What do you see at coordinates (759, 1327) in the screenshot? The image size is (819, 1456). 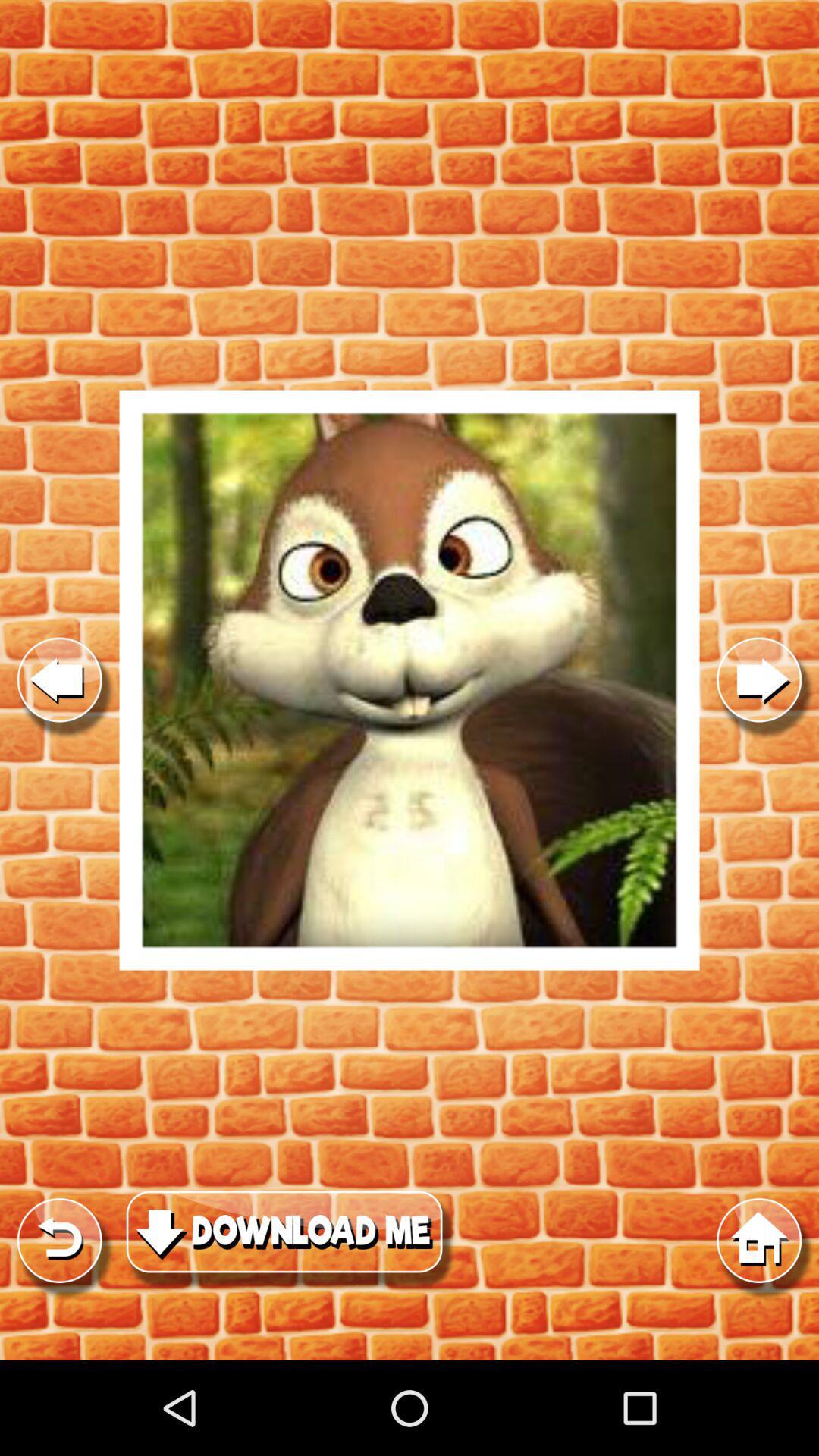 I see `the home icon` at bounding box center [759, 1327].